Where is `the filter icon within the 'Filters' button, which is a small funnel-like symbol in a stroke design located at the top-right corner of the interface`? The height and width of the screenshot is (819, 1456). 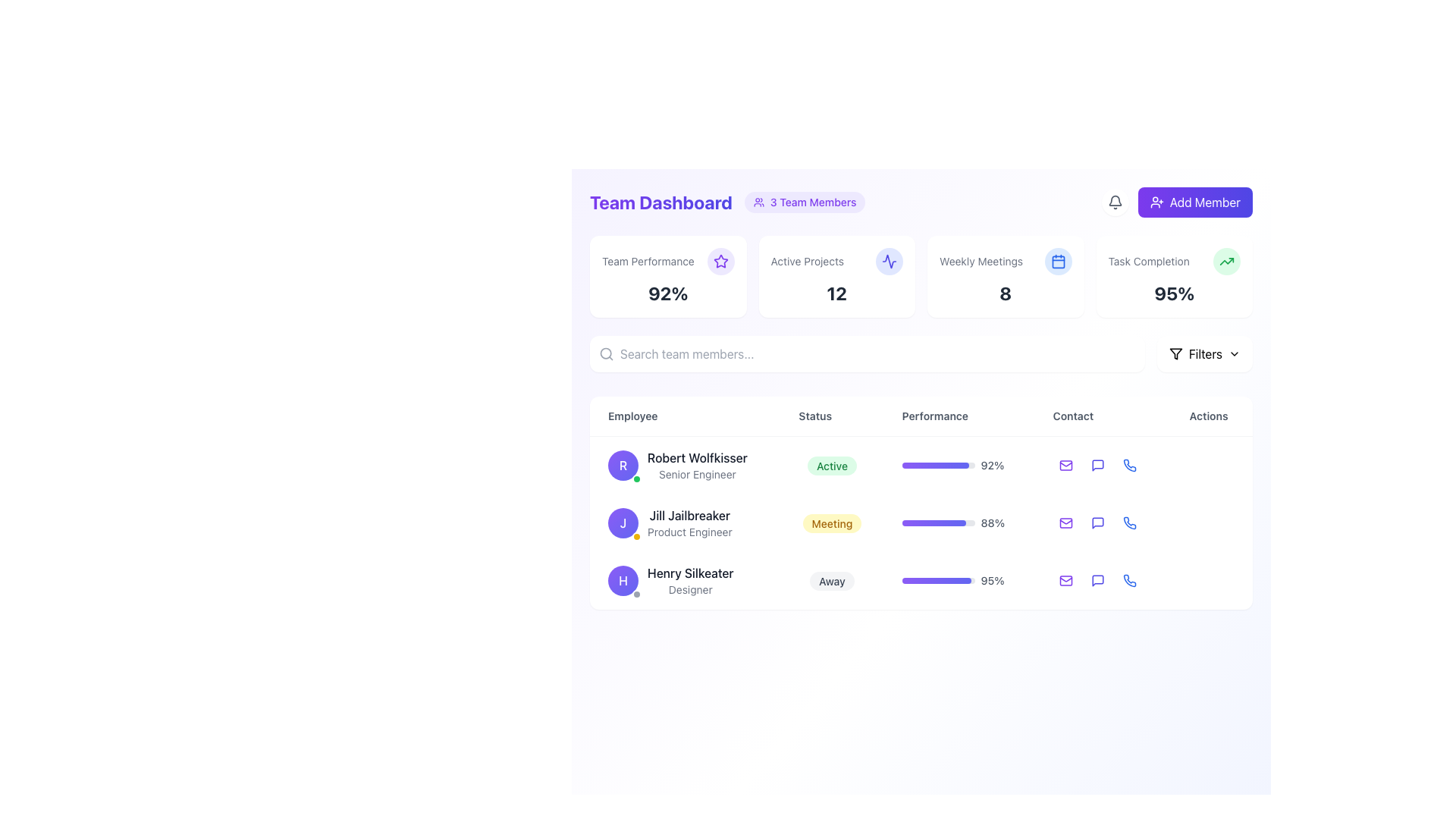
the filter icon within the 'Filters' button, which is a small funnel-like symbol in a stroke design located at the top-right corner of the interface is located at coordinates (1175, 353).